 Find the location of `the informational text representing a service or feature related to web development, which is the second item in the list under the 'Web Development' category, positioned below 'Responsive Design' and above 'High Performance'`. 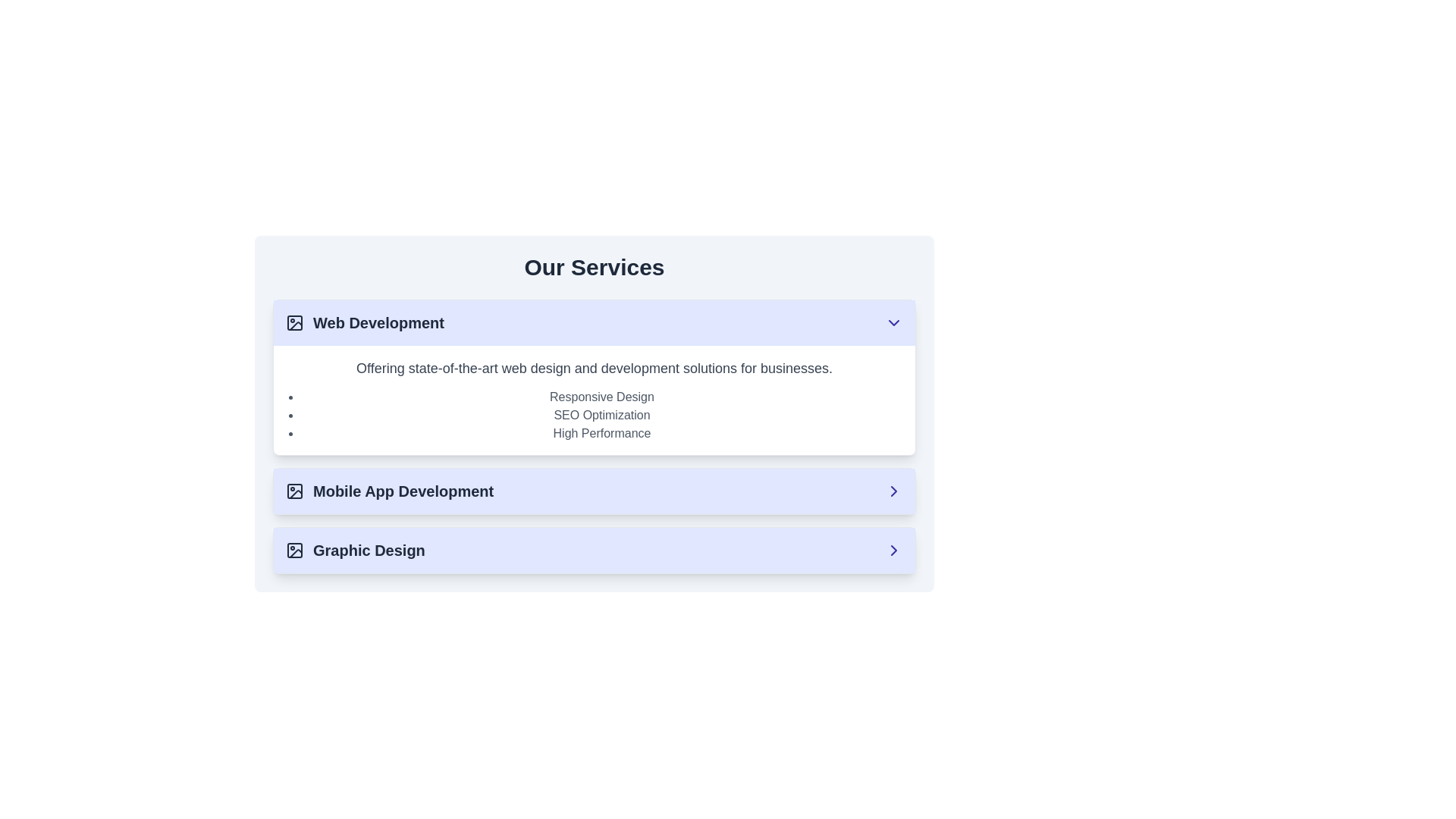

the informational text representing a service or feature related to web development, which is the second item in the list under the 'Web Development' category, positioned below 'Responsive Design' and above 'High Performance' is located at coordinates (601, 415).